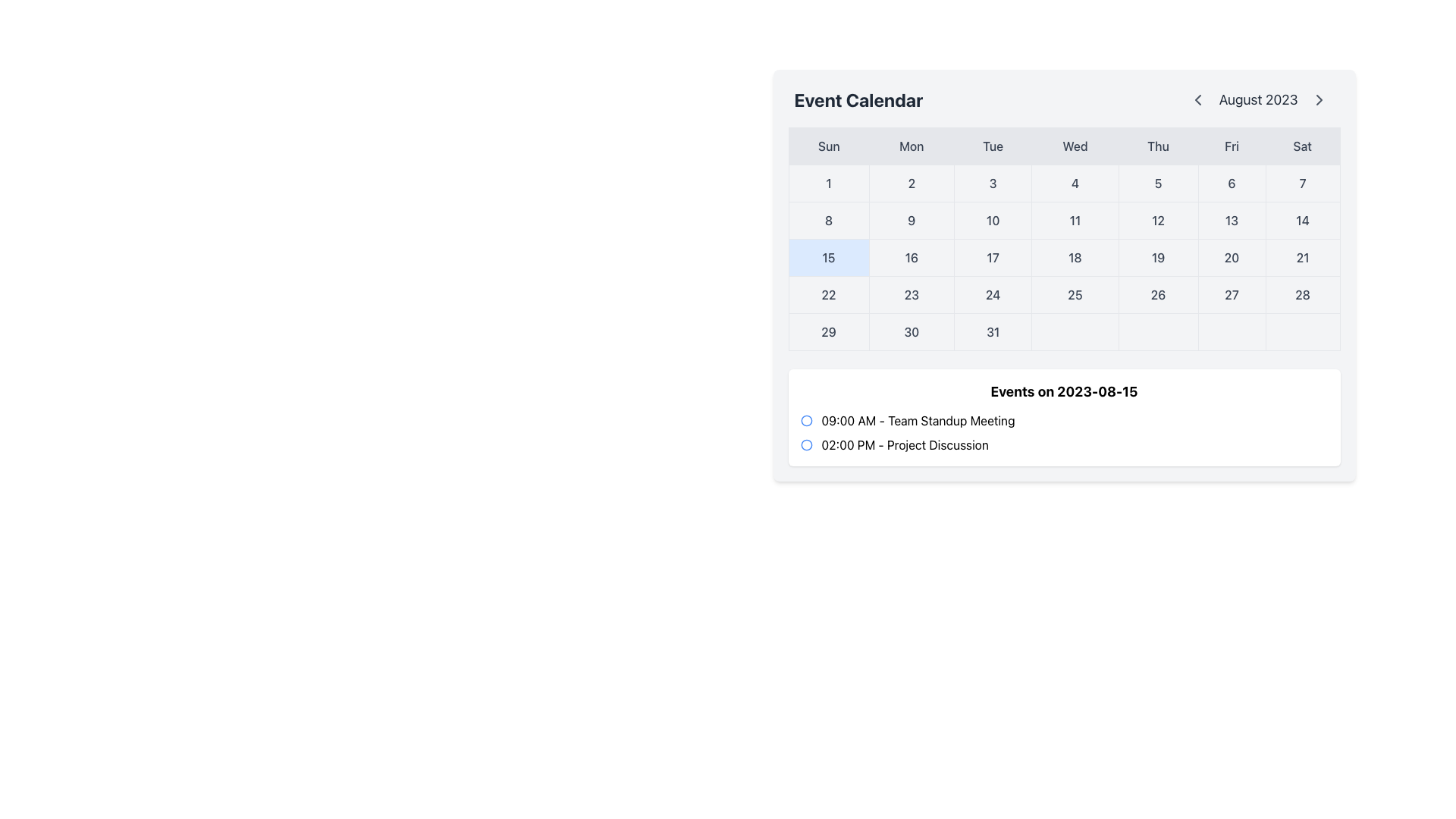 This screenshot has height=819, width=1456. What do you see at coordinates (1157, 256) in the screenshot?
I see `the static text display element showing the number '19', located in the Thursday column of the calendar grid` at bounding box center [1157, 256].